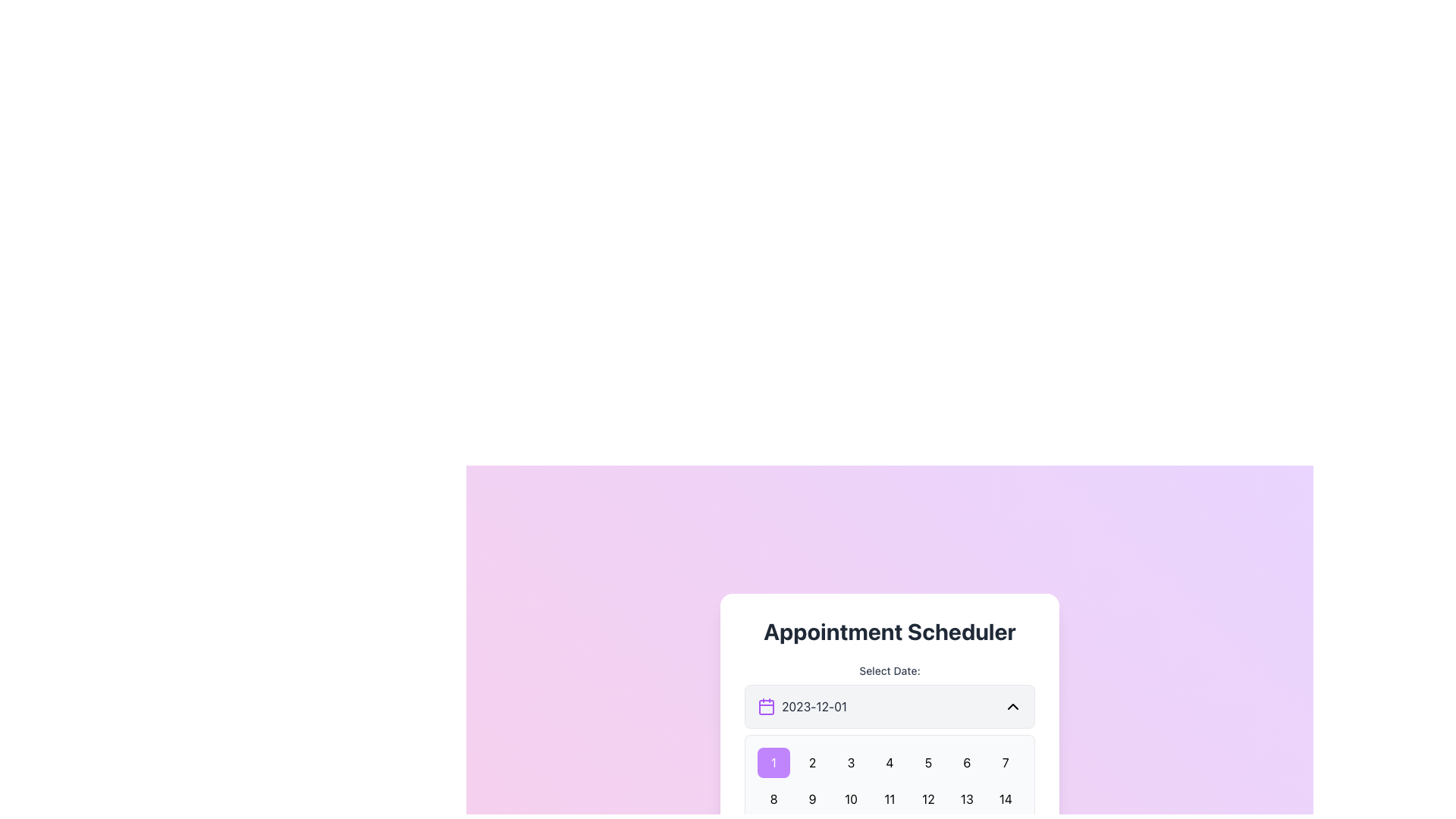  Describe the element at coordinates (802, 707) in the screenshot. I see `displayed date from the date picker interface element, which consists of a text label and an adjacent calendar icon, located below the 'Select Date' heading` at that location.